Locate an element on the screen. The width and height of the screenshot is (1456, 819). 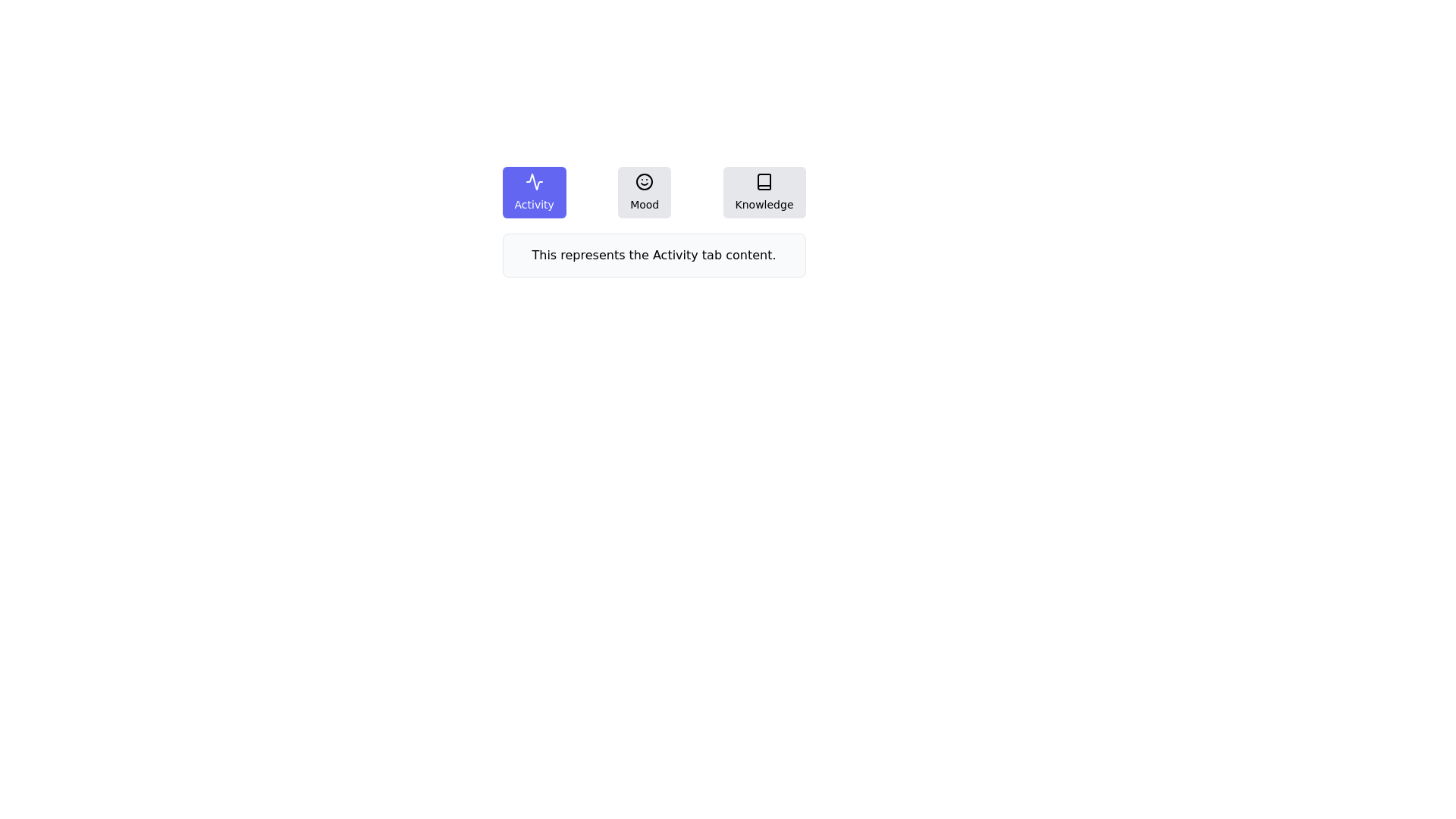
the 'Knowledge' button, which is the third item in a navigation menu is located at coordinates (764, 192).